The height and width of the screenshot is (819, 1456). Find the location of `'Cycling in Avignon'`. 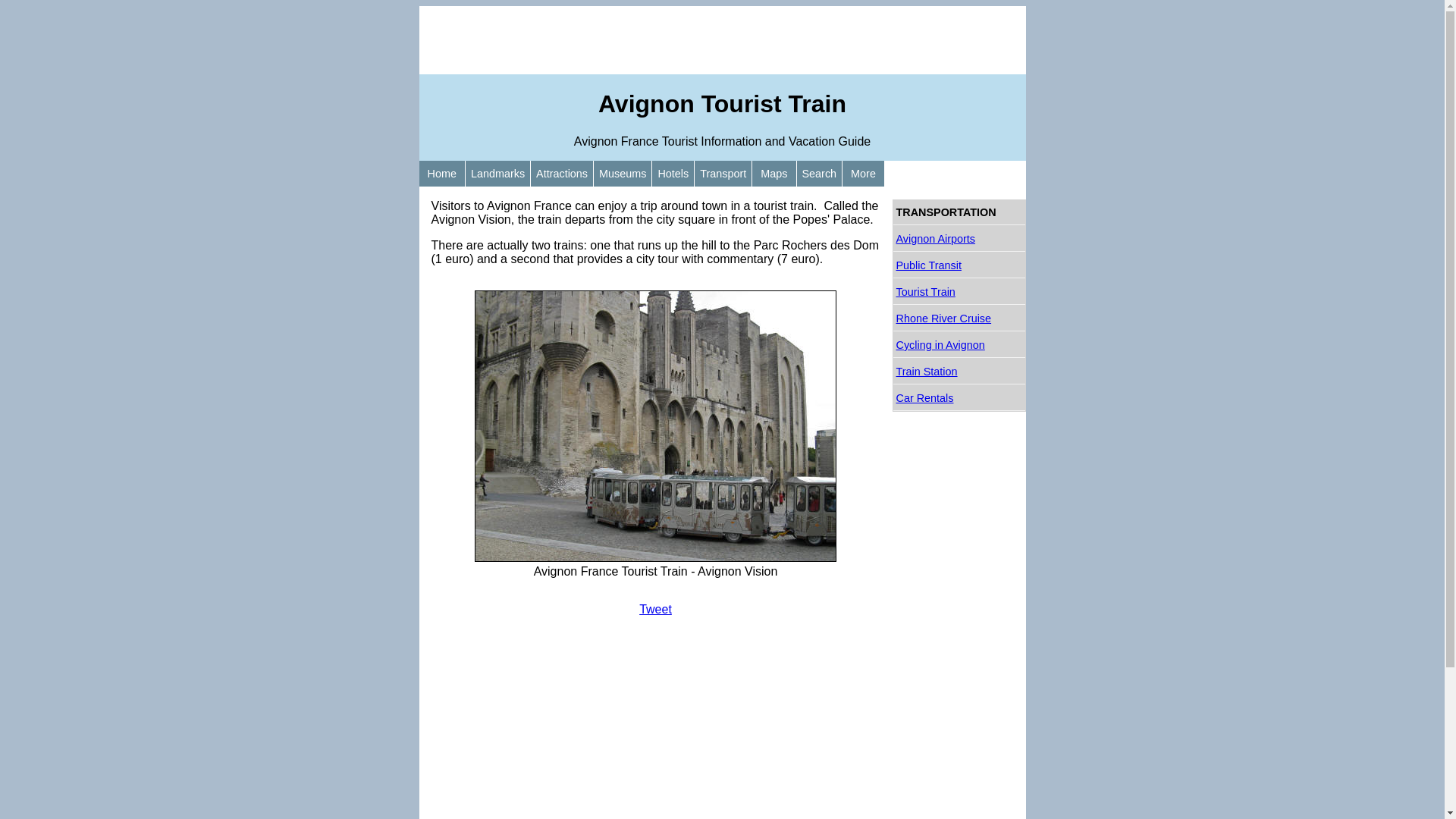

'Cycling in Avignon' is located at coordinates (893, 345).